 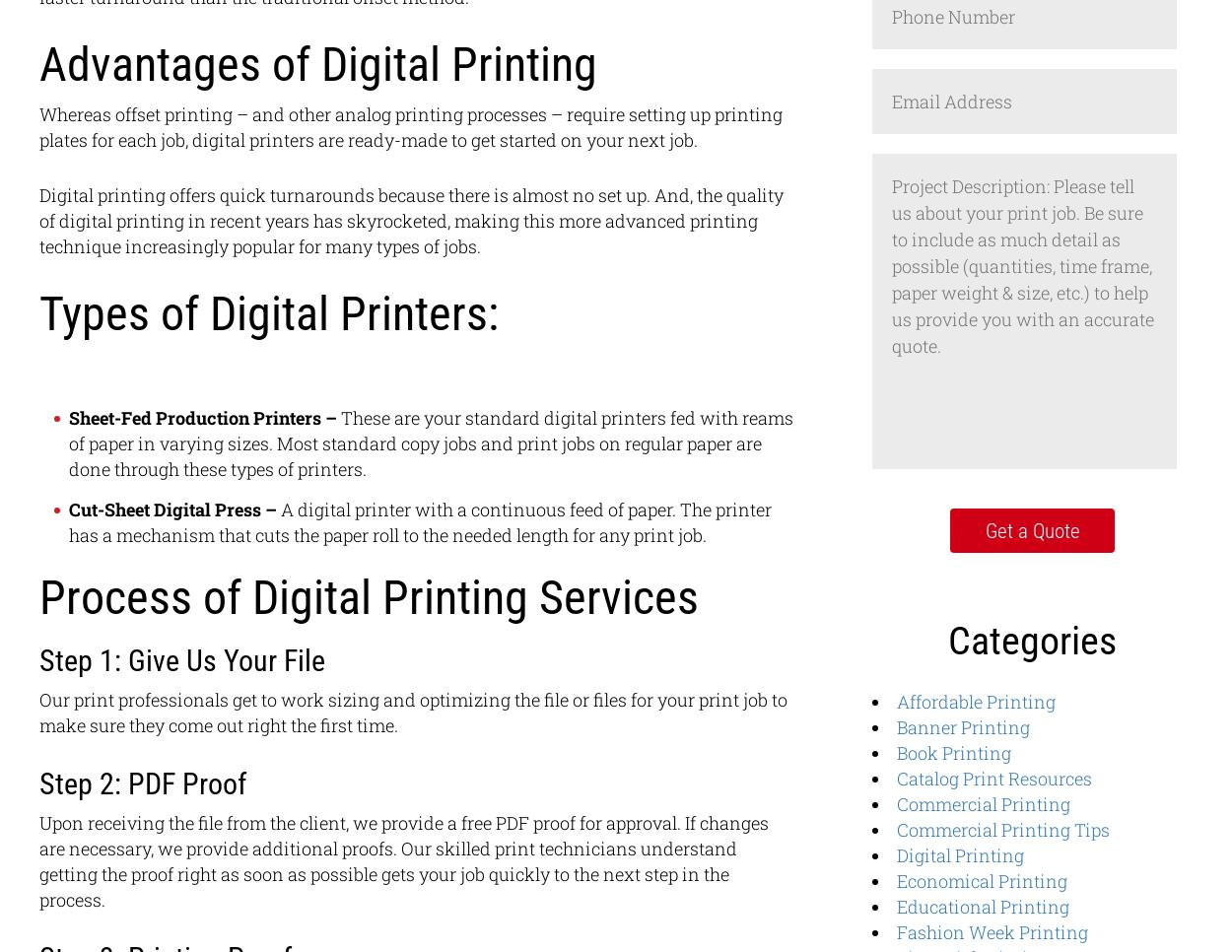 I want to click on 'A digital printer with a continuous feed of paper. The printer has a mechanism that cuts the paper roll to the needed length for any print job.', so click(x=68, y=522).